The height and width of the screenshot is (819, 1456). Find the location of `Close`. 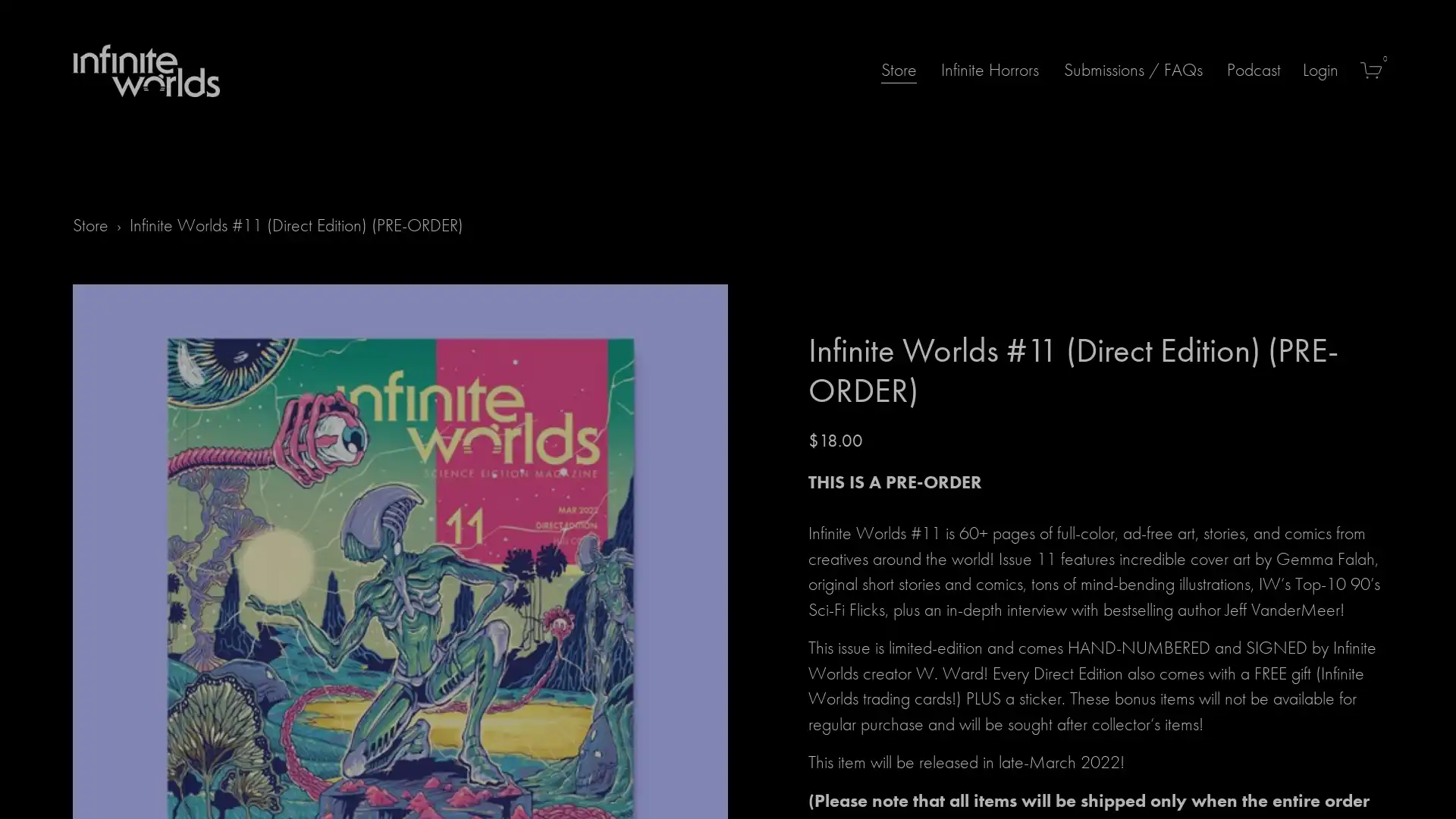

Close is located at coordinates (938, 275).